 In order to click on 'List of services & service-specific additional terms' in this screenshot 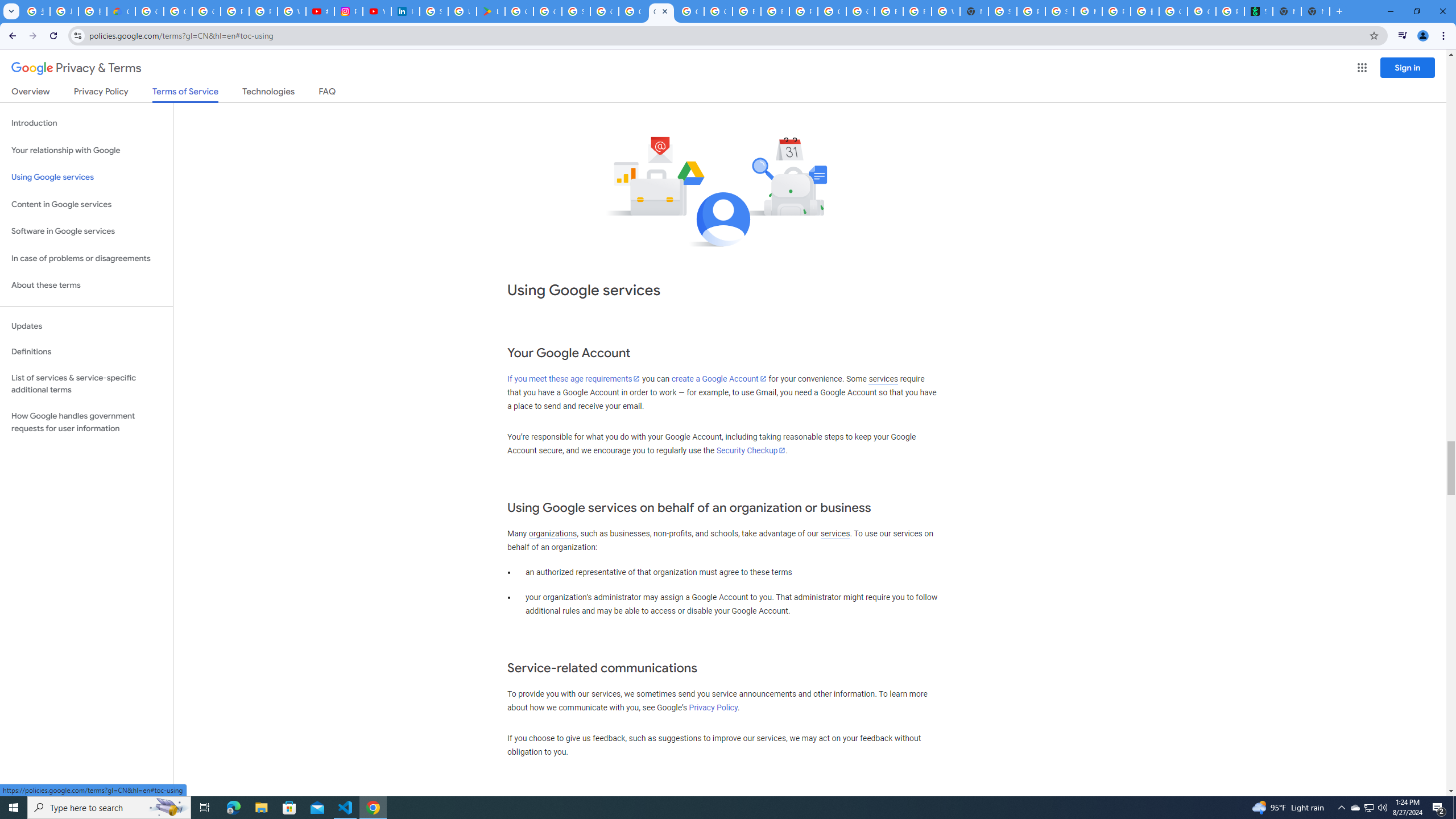, I will do `click(86, 383)`.